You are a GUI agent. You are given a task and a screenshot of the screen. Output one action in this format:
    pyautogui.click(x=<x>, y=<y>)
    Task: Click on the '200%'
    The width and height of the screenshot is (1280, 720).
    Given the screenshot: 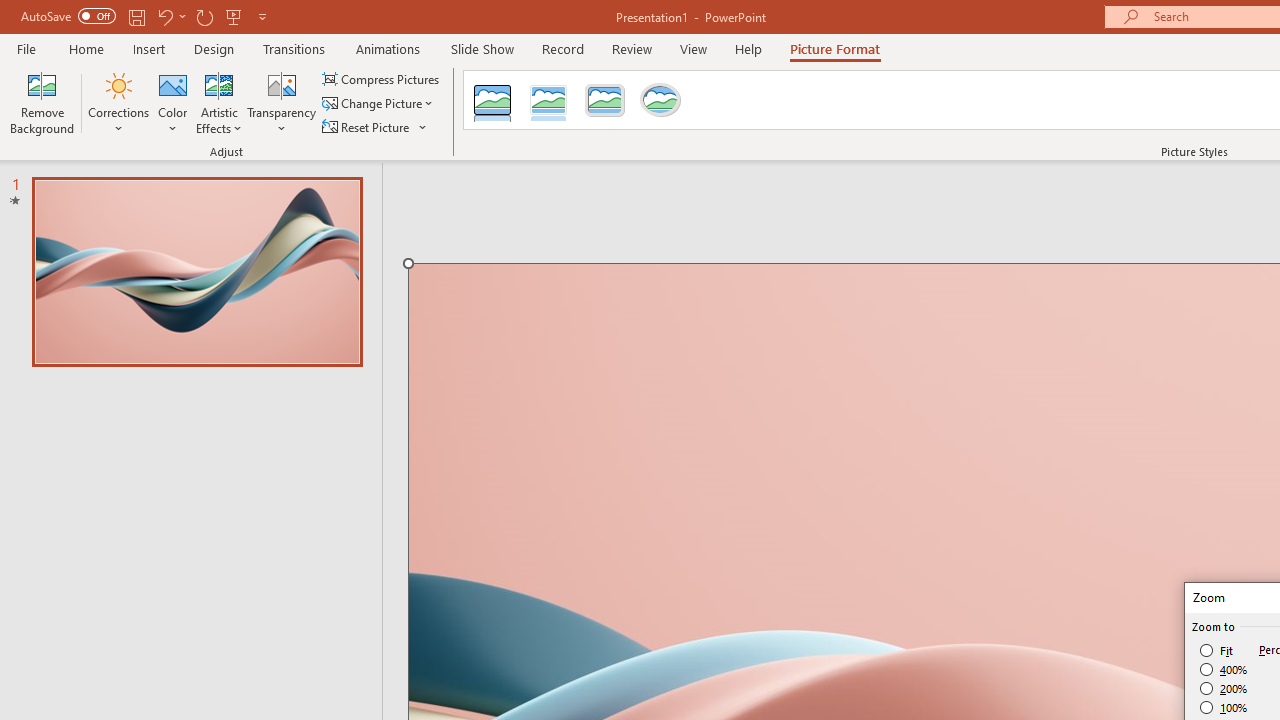 What is the action you would take?
    pyautogui.click(x=1223, y=688)
    